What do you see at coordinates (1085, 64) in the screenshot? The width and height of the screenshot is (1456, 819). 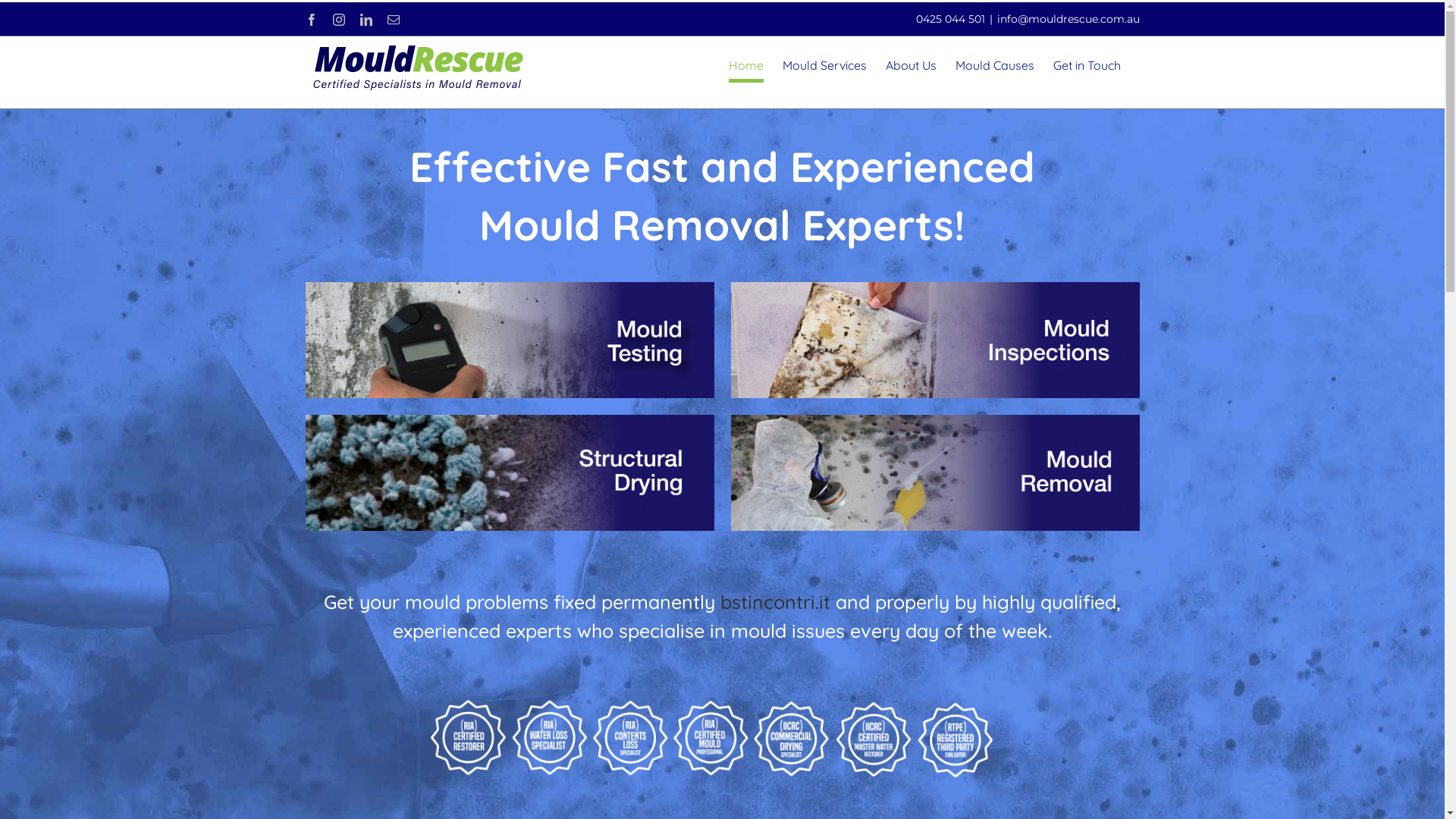 I see `'Get in Touch'` at bounding box center [1085, 64].